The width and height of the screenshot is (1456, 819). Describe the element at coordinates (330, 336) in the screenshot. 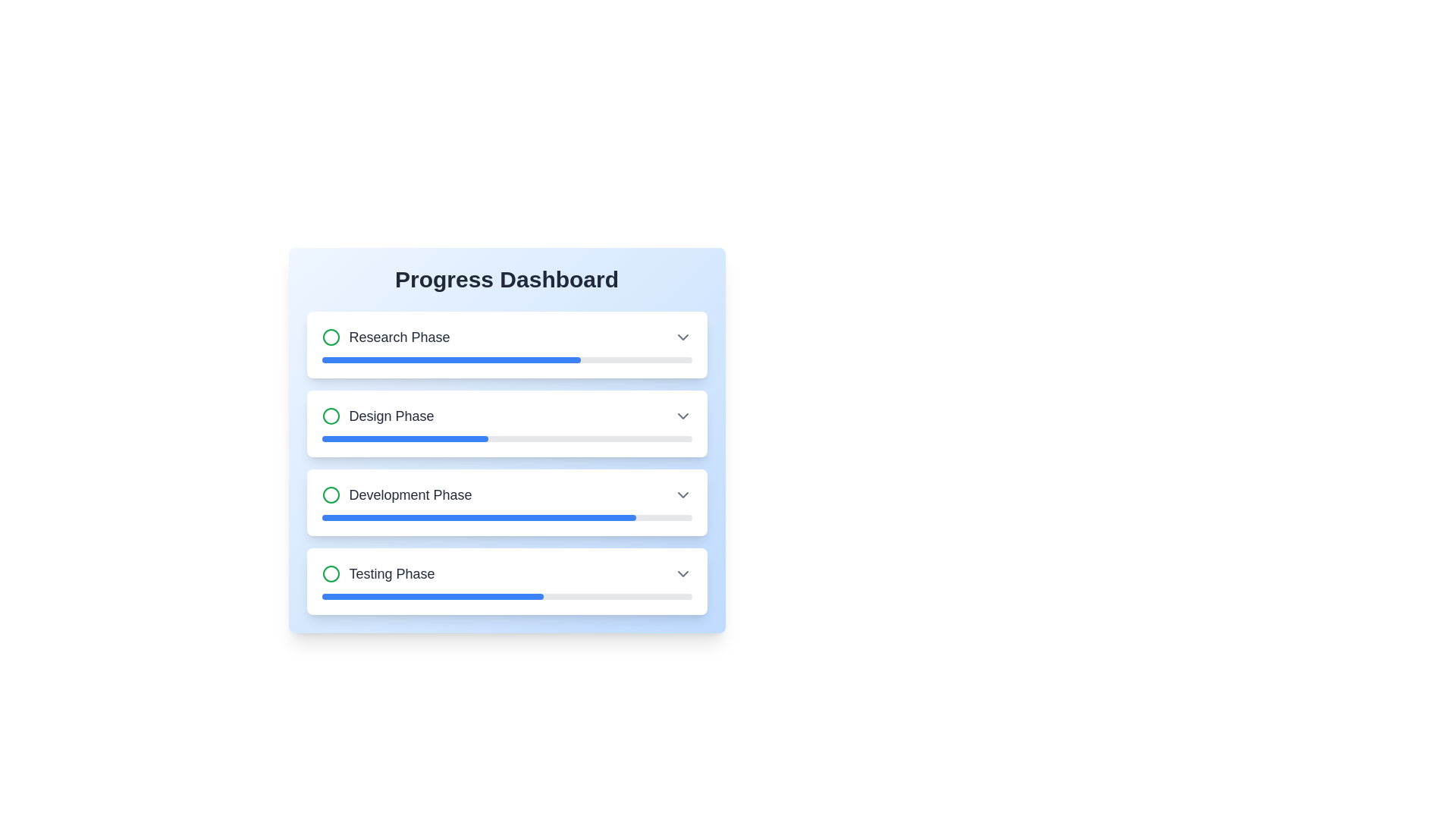

I see `the circle graphic within the 'Progress Dashboard' that indicates the 'Research Phase' status to analyze its significance based on appearance` at that location.